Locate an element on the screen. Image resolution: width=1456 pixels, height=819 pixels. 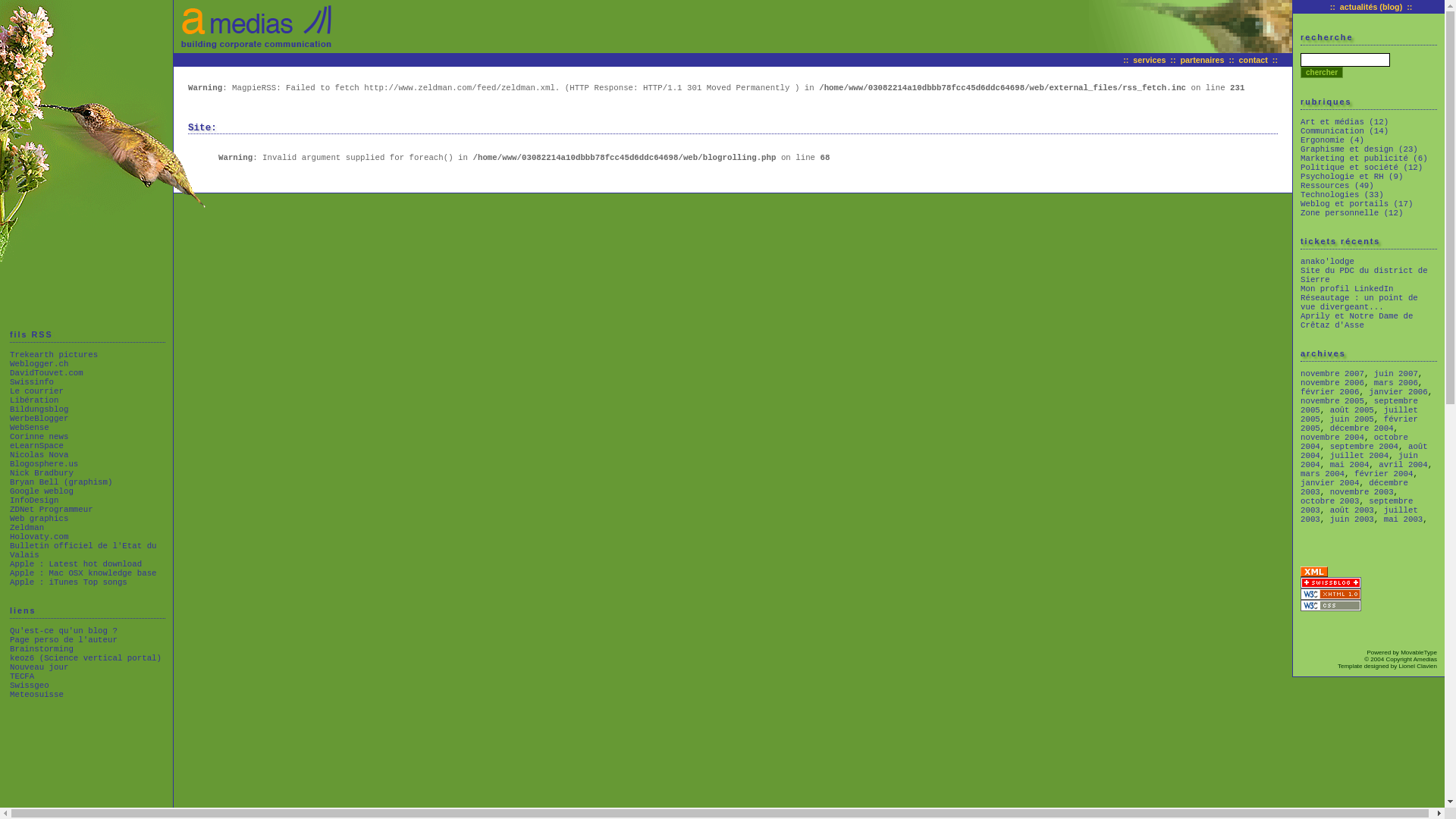
'keoz6 (Science vertical portal)' is located at coordinates (85, 657).